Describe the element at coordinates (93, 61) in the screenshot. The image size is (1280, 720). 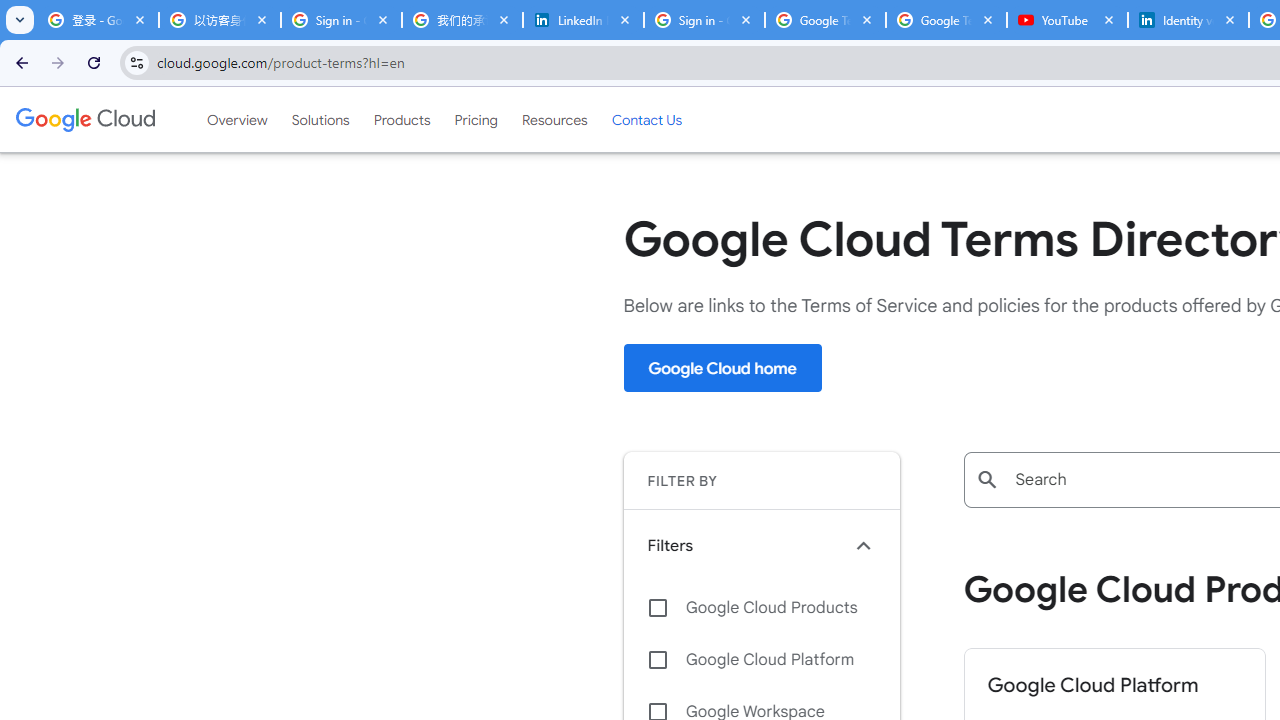
I see `'Reload'` at that location.